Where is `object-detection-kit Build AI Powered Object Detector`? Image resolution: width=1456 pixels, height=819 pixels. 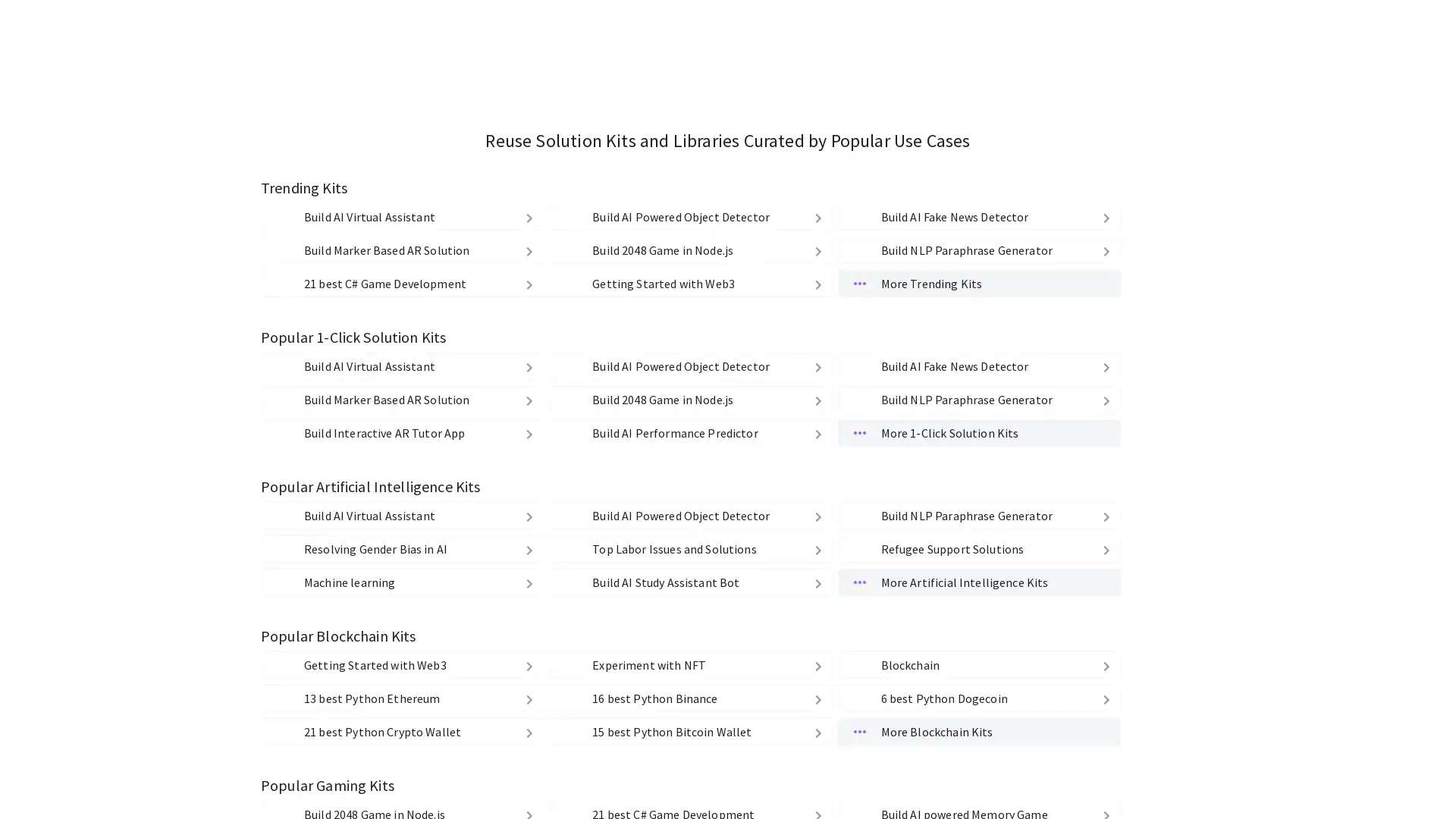 object-detection-kit Build AI Powered Object Detector is located at coordinates (689, 596).